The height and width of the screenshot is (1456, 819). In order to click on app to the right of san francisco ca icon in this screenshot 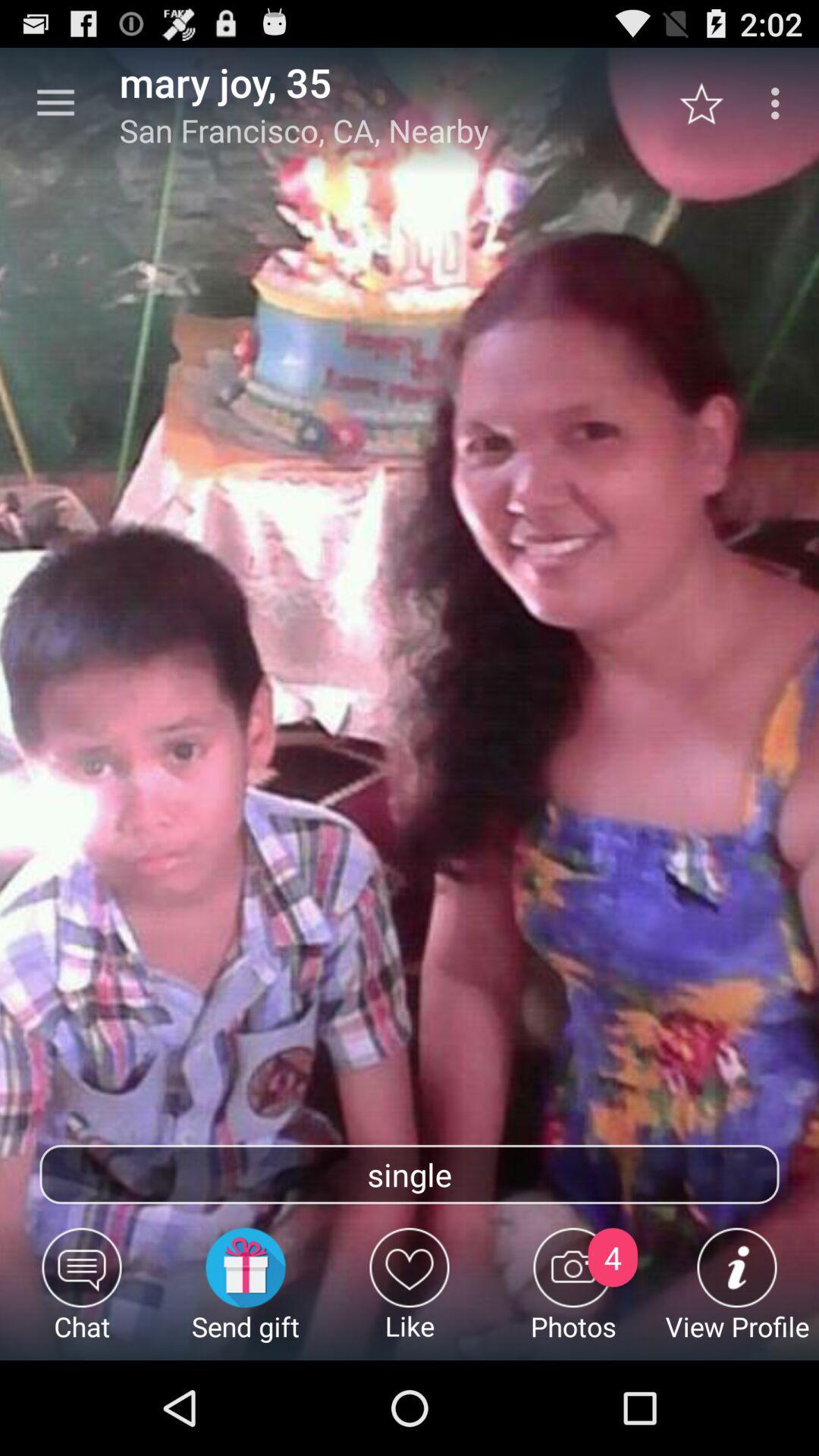, I will do `click(709, 102)`.